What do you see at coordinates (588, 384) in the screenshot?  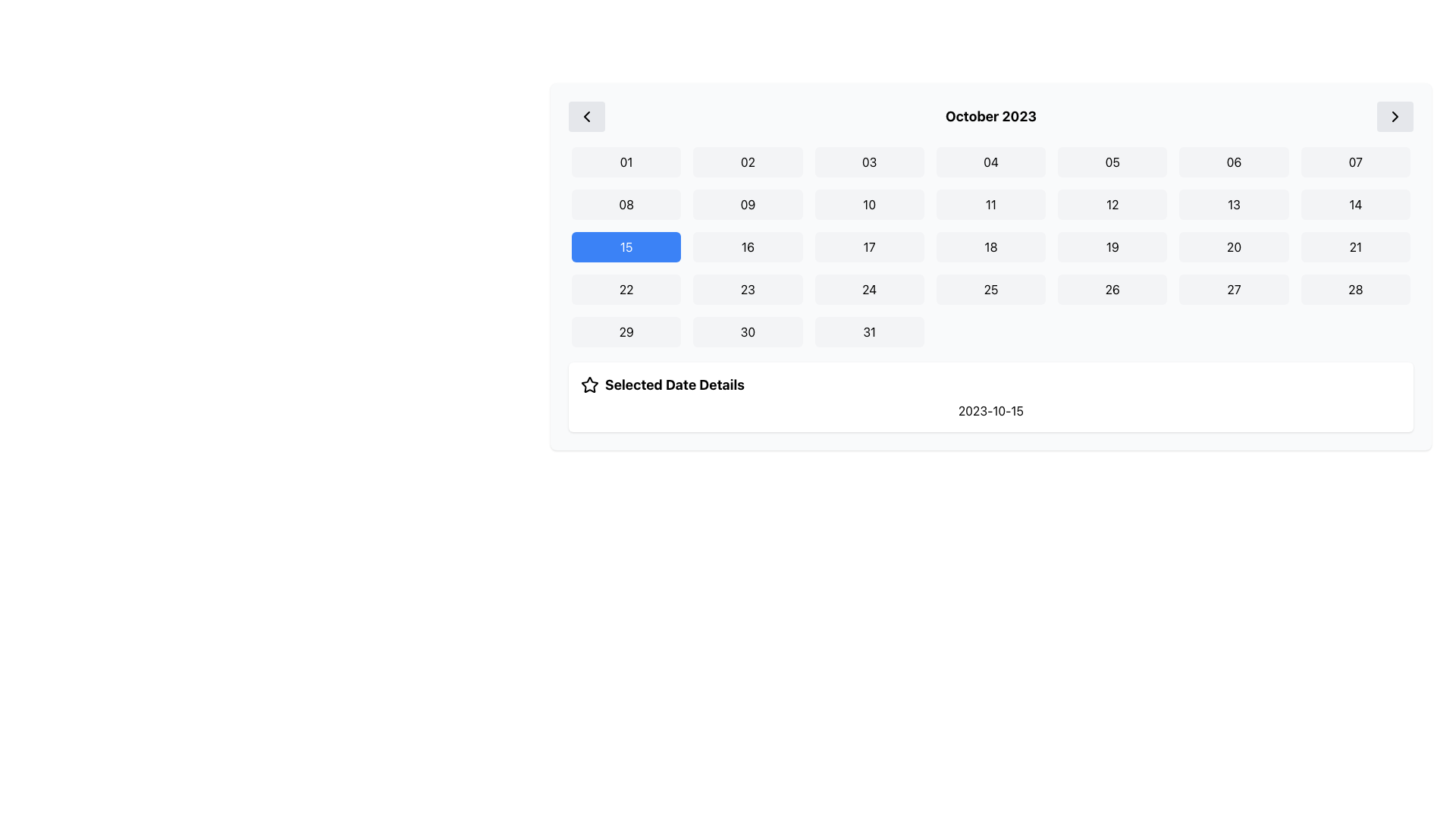 I see `the star icon with a black outline and transparent fill, located to the left of the text 'Selected Date Details'` at bounding box center [588, 384].